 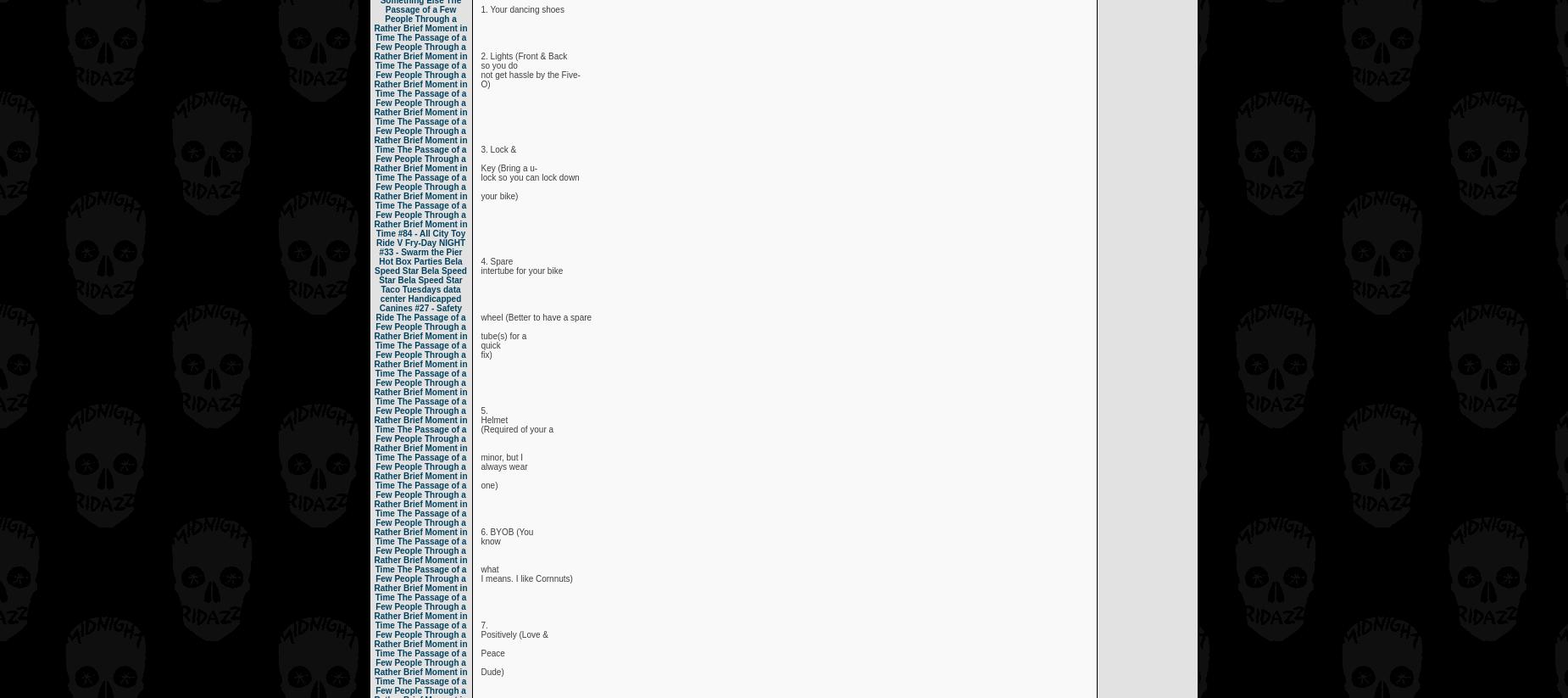 What do you see at coordinates (483, 410) in the screenshot?
I see `'5.'` at bounding box center [483, 410].